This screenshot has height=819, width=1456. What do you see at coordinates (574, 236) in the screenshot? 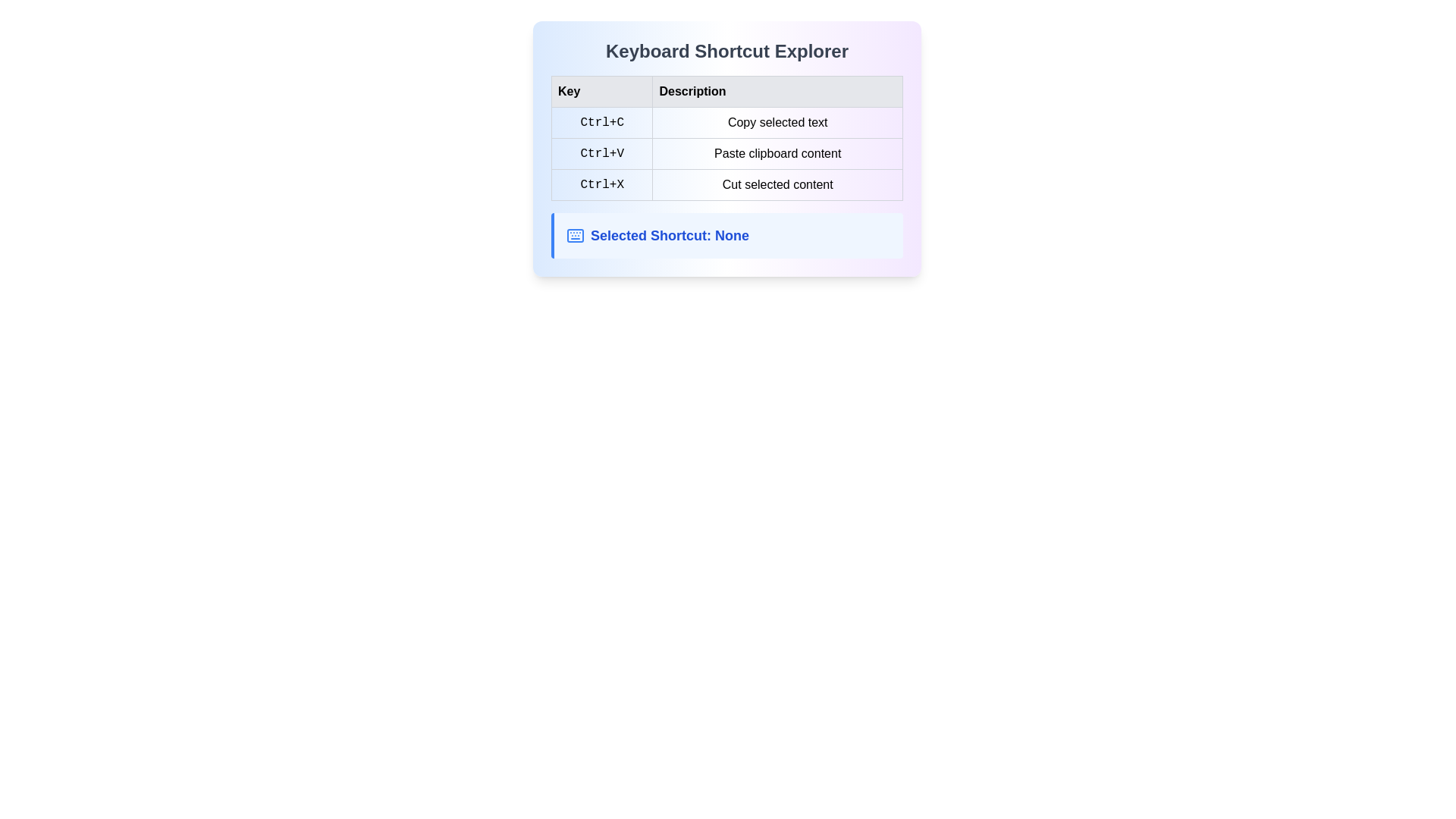
I see `the blue keyboard icon with rounded corners that precedes the text 'Selected Shortcut: None'` at bounding box center [574, 236].